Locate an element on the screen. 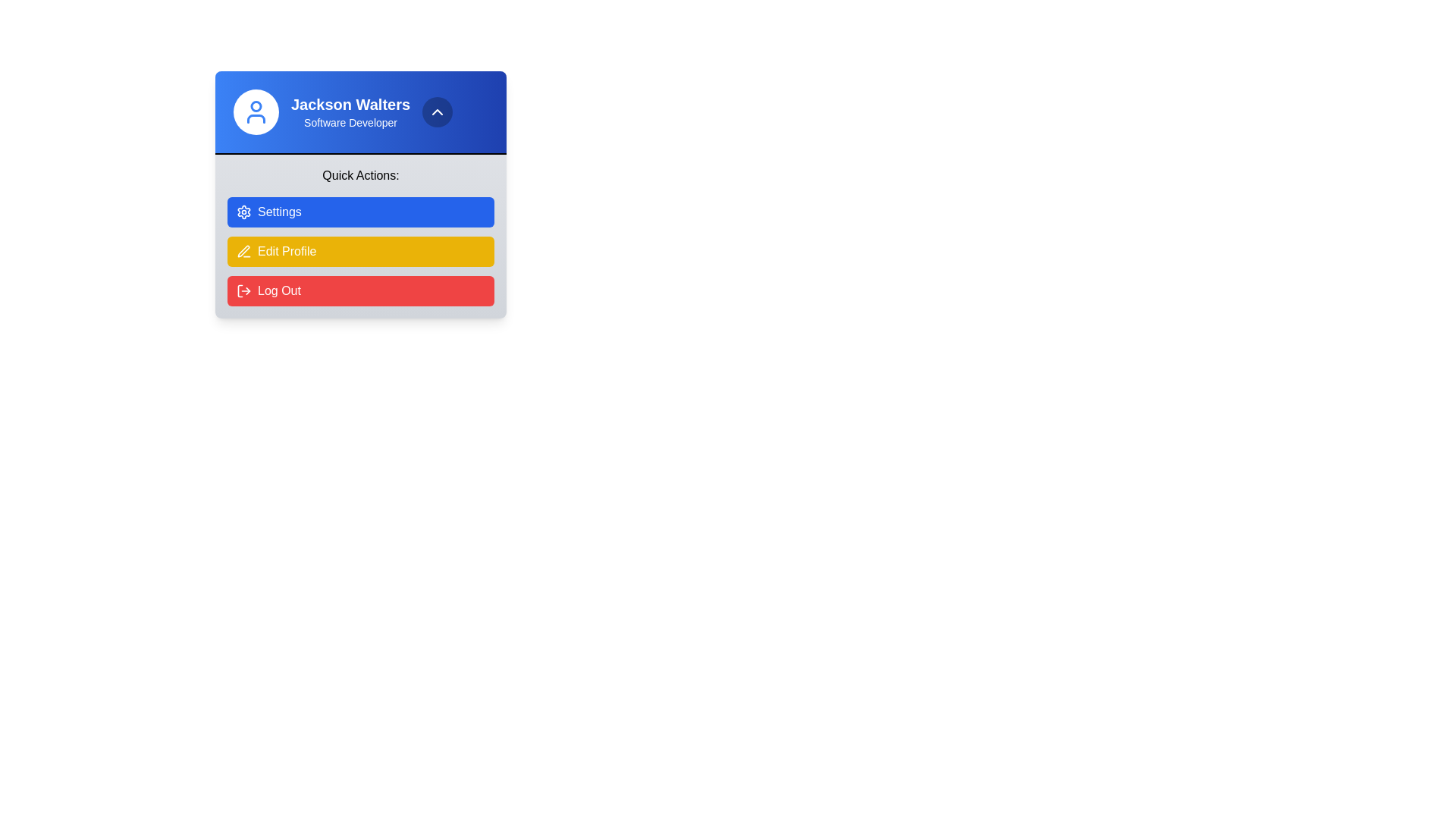 Image resolution: width=1456 pixels, height=819 pixels. the circular button with a dark background and downward-pointing chevron icon located in the top-right corner of the blue header section, next to the user name 'Jackson Walters' is located at coordinates (437, 111).